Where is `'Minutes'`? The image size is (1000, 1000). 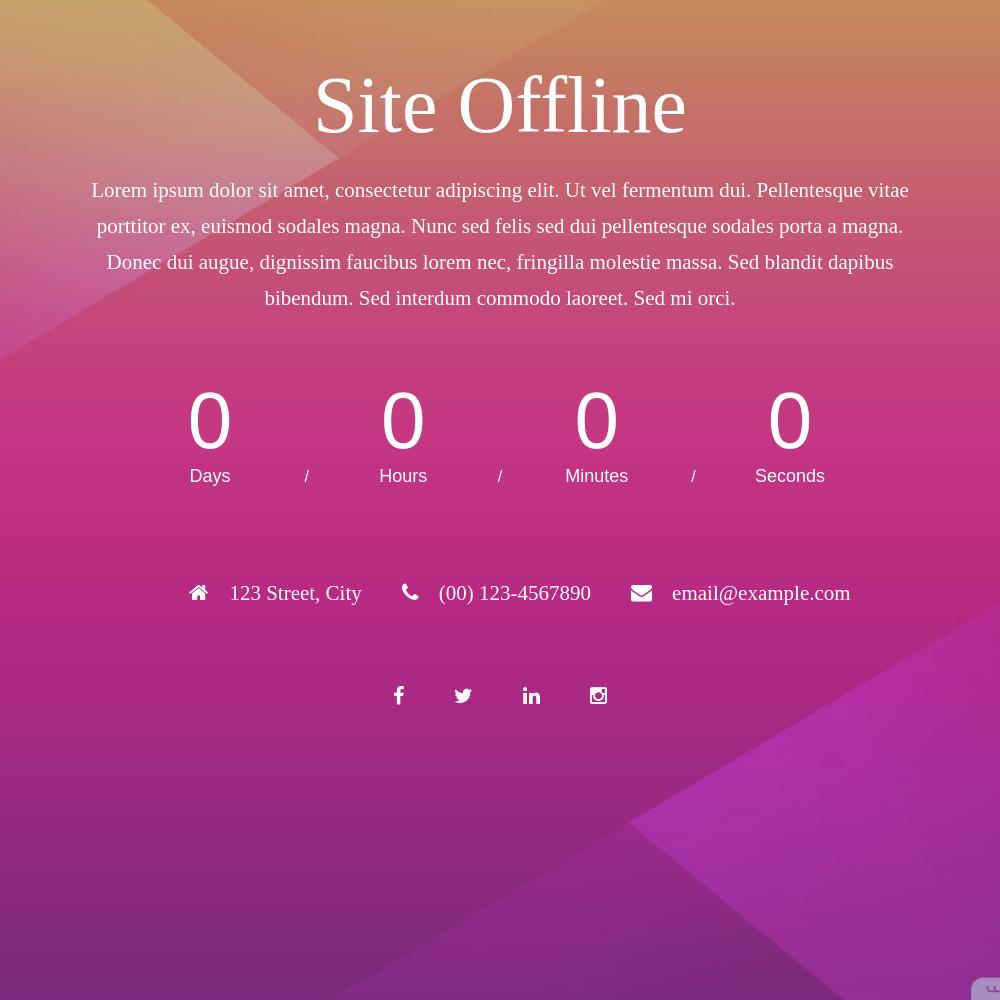
'Minutes' is located at coordinates (564, 475).